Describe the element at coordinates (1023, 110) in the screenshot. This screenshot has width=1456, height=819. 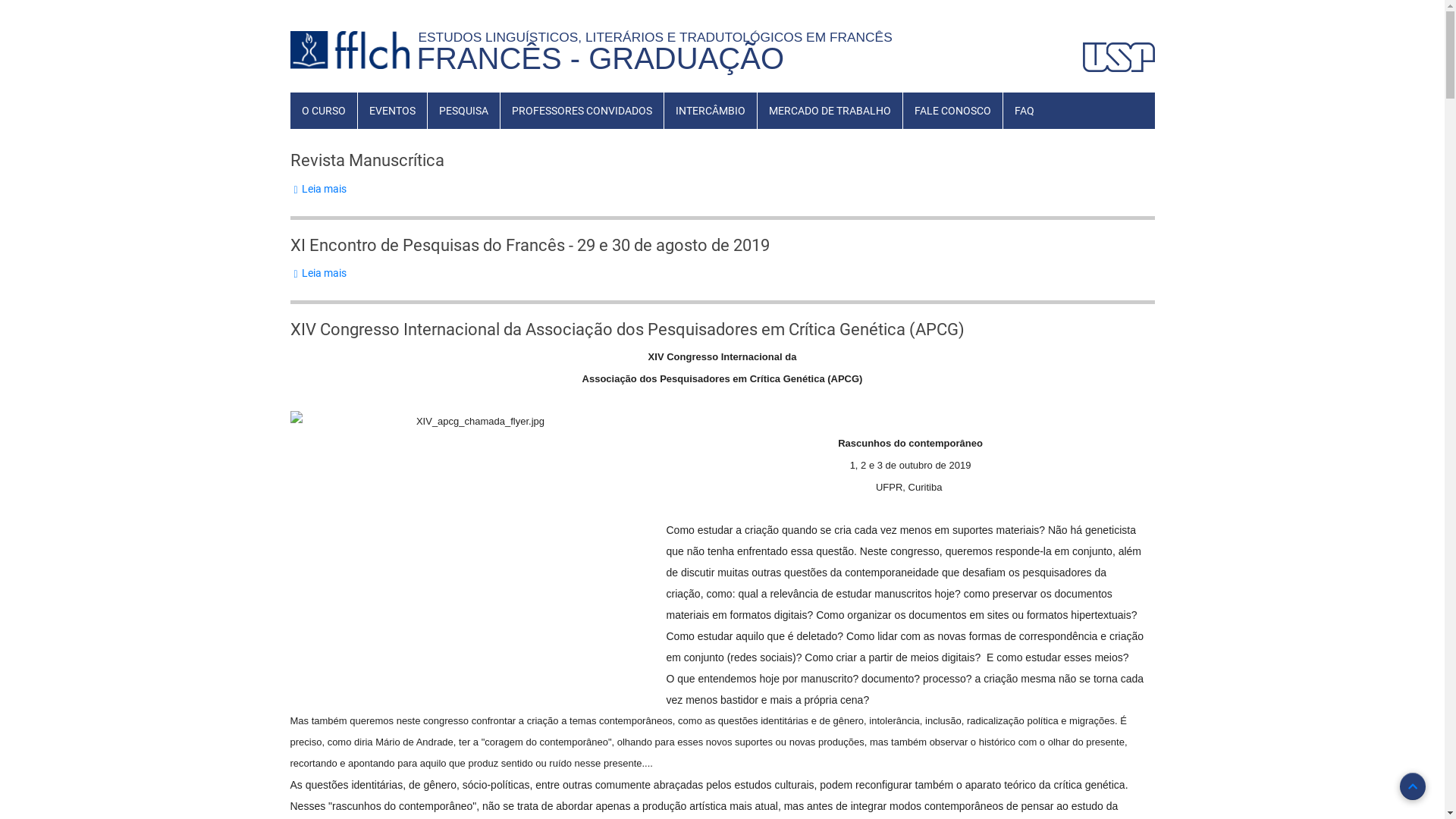
I see `'FAQ'` at that location.